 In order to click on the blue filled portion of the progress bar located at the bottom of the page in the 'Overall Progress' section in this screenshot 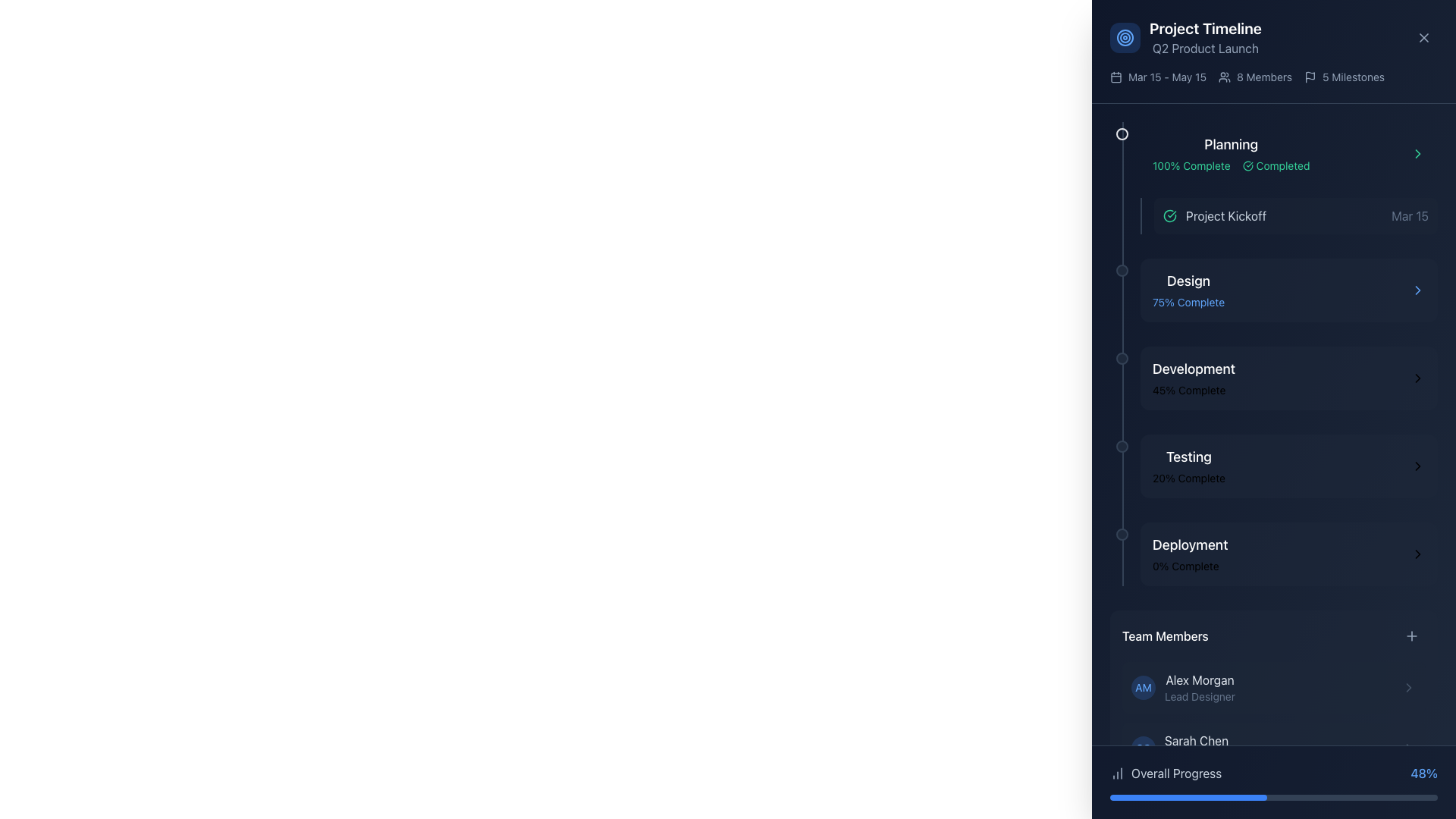, I will do `click(1188, 797)`.